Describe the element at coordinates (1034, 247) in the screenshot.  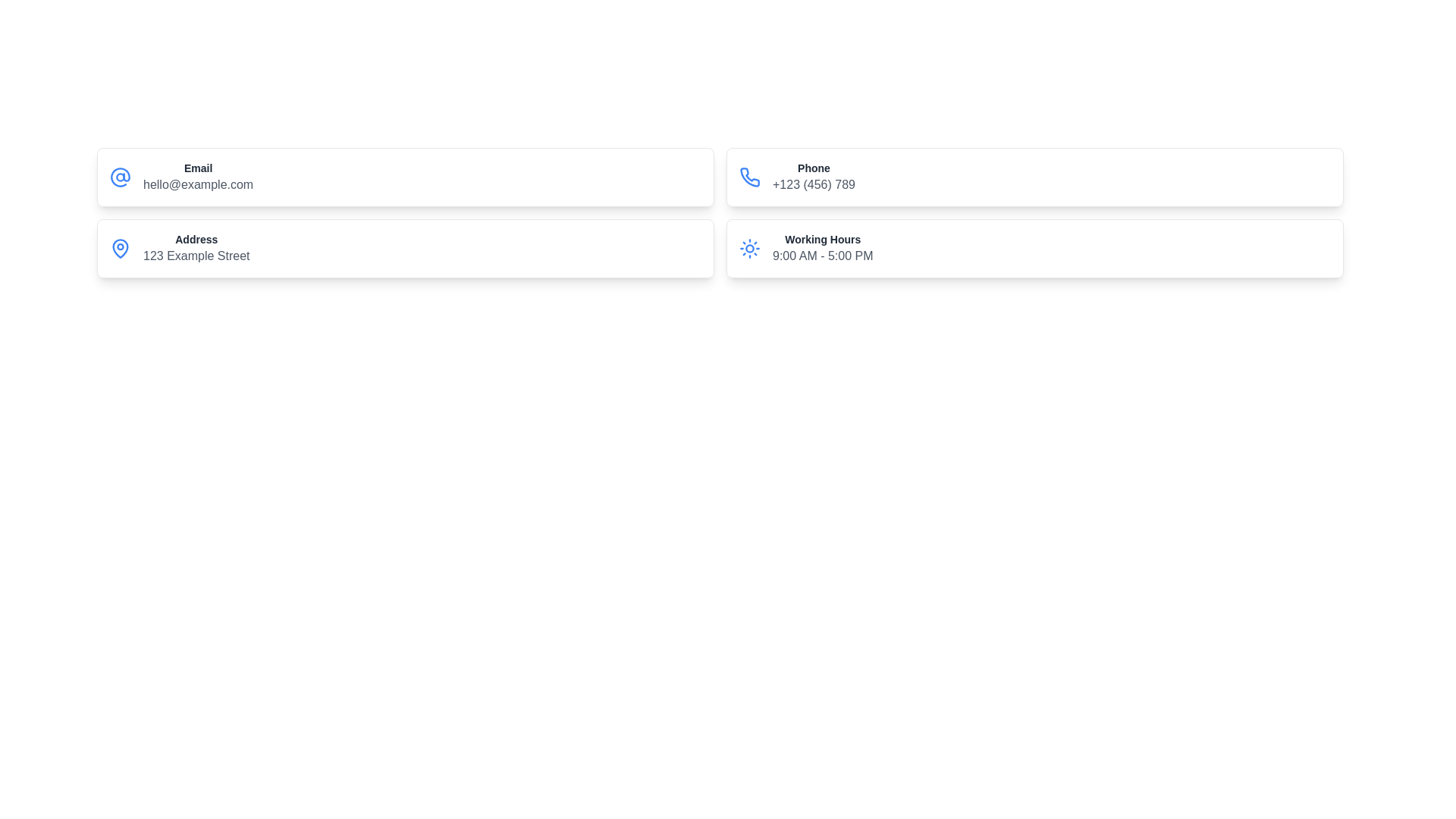
I see `the Informational card that displays the working hours of a service, located in the rightmost column of the second row in a two-column layout grid` at that location.